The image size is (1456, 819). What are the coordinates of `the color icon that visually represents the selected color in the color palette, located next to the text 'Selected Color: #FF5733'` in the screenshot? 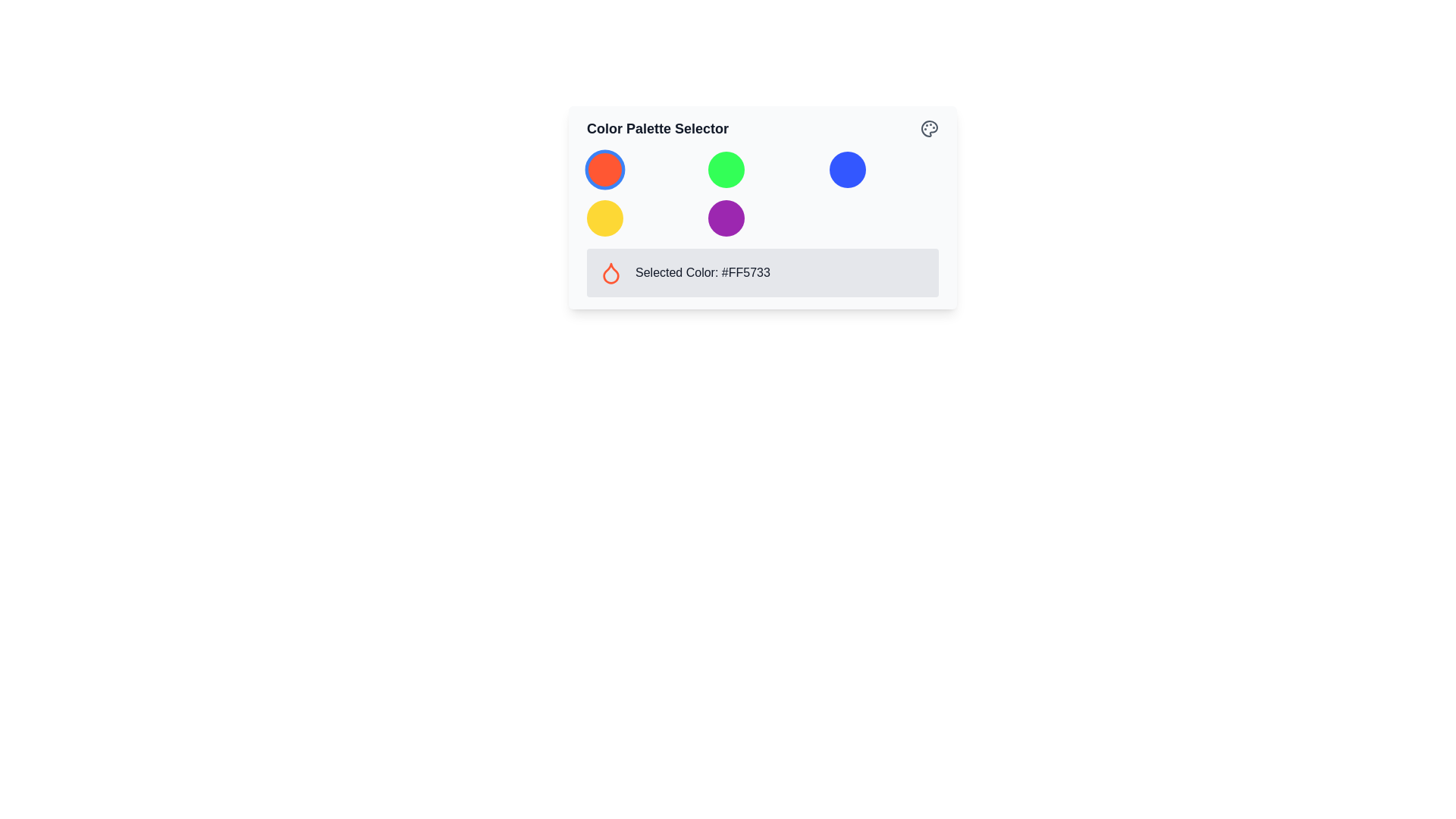 It's located at (611, 271).